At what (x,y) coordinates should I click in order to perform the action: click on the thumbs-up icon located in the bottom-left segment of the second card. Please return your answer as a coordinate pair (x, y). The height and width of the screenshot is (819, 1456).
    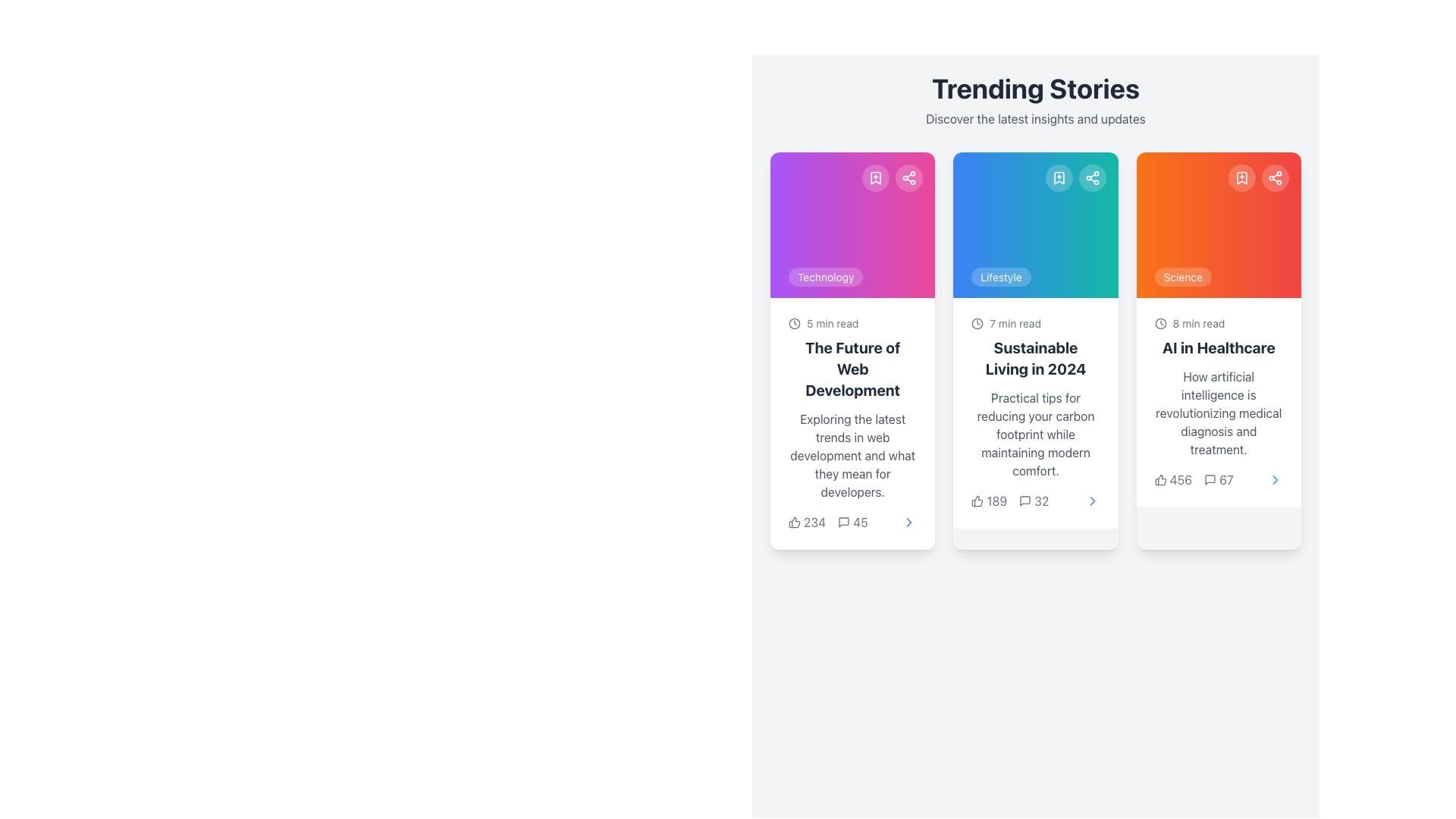
    Looking at the image, I should click on (977, 500).